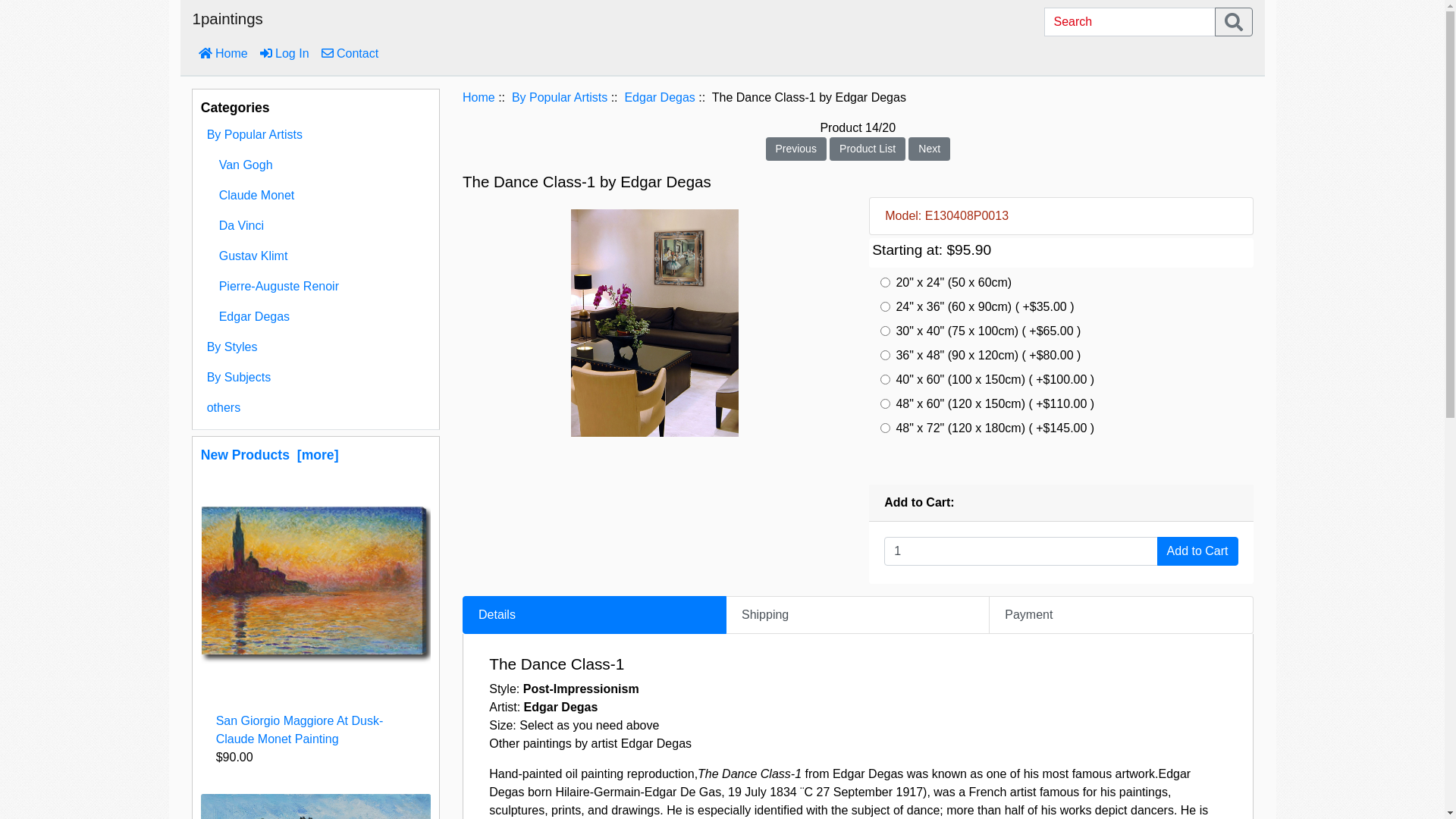 The width and height of the screenshot is (1456, 819). What do you see at coordinates (269, 454) in the screenshot?
I see `'New Products  [more]'` at bounding box center [269, 454].